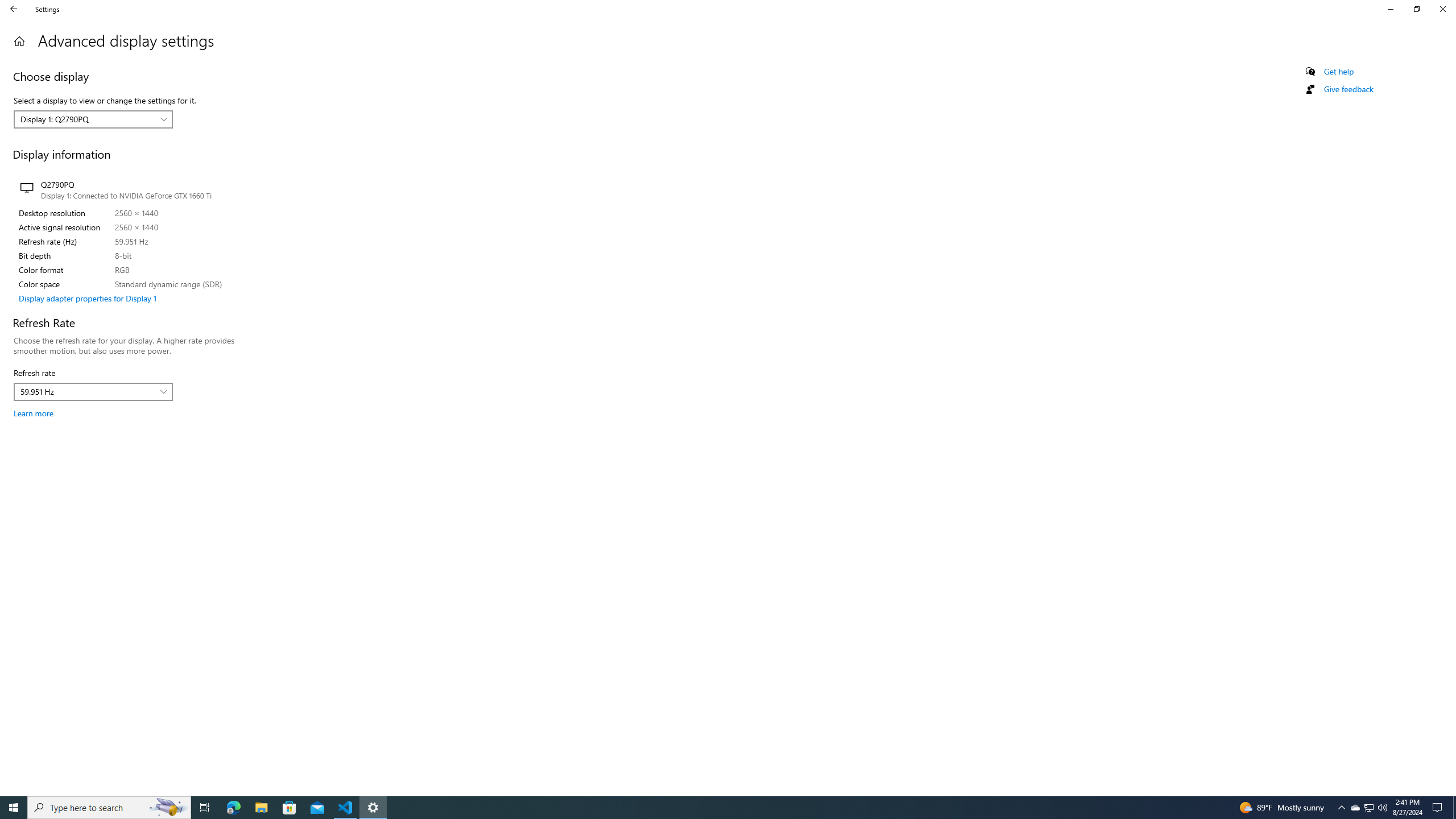  Describe the element at coordinates (93, 392) in the screenshot. I see `'Refresh rate'` at that location.